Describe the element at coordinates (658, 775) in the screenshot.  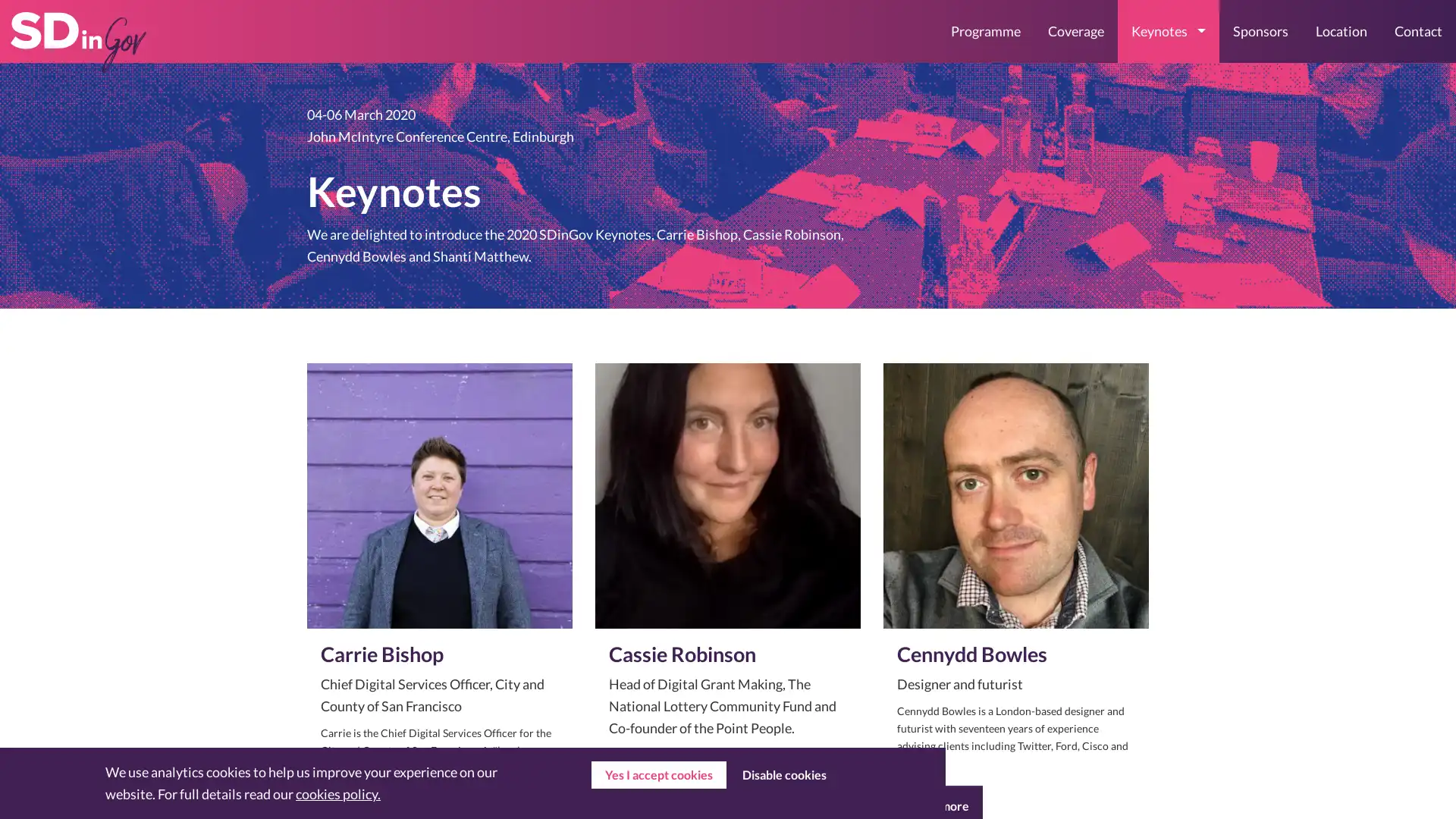
I see `Yes I accept cookies` at that location.